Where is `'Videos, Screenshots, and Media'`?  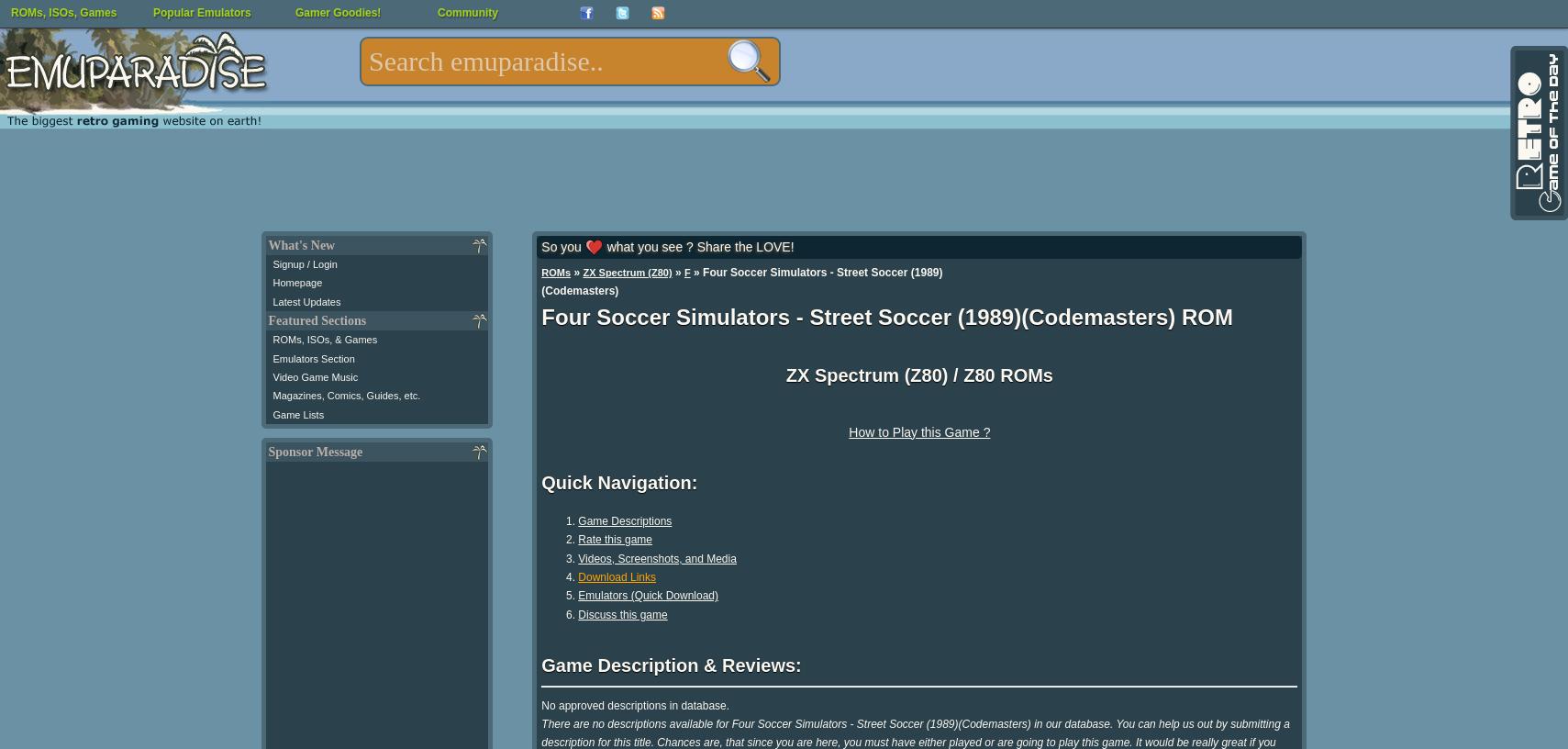 'Videos, Screenshots, and Media' is located at coordinates (656, 558).